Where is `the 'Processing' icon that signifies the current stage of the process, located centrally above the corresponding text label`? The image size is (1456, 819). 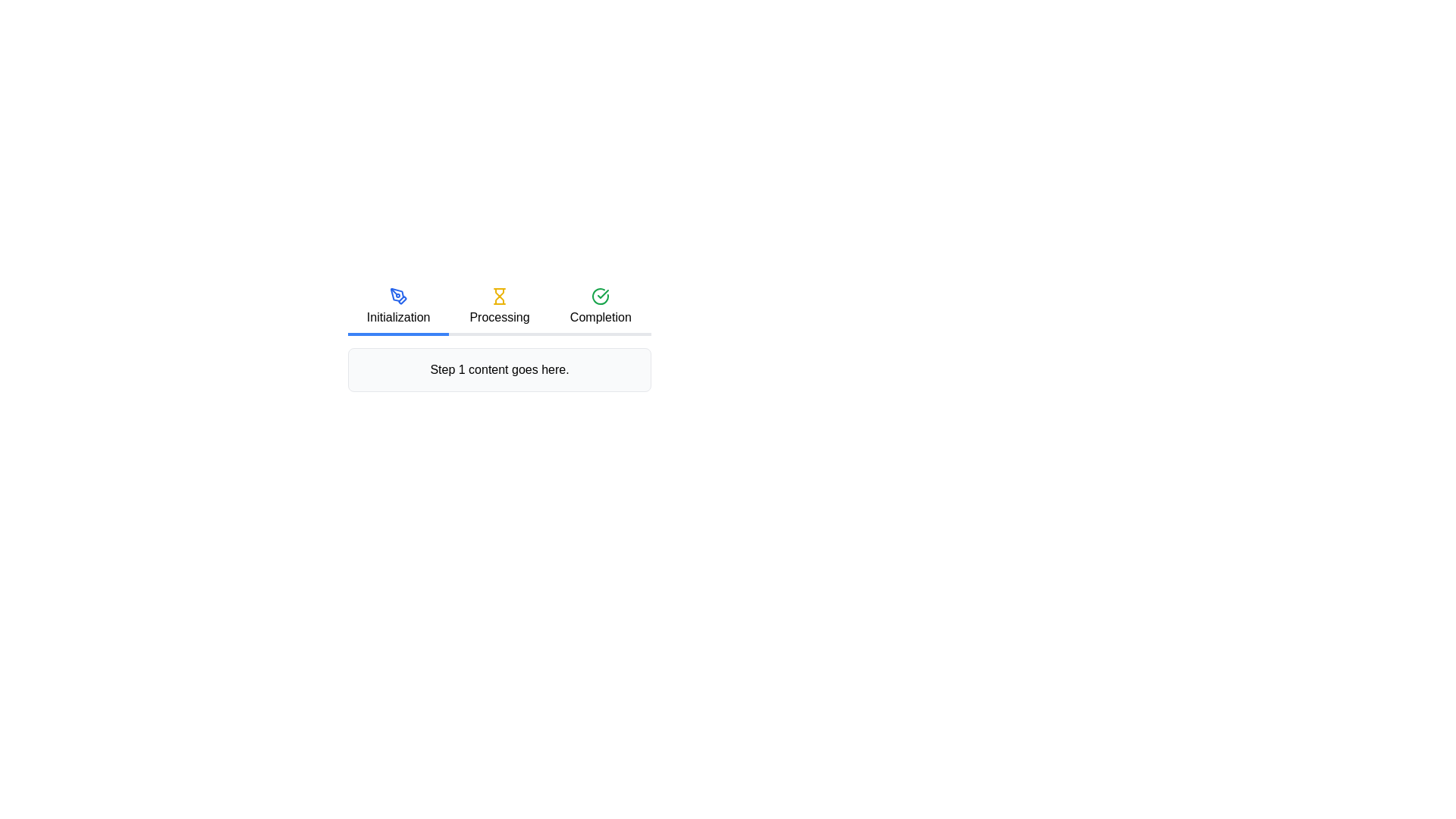
the 'Processing' icon that signifies the current stage of the process, located centrally above the corresponding text label is located at coordinates (499, 292).